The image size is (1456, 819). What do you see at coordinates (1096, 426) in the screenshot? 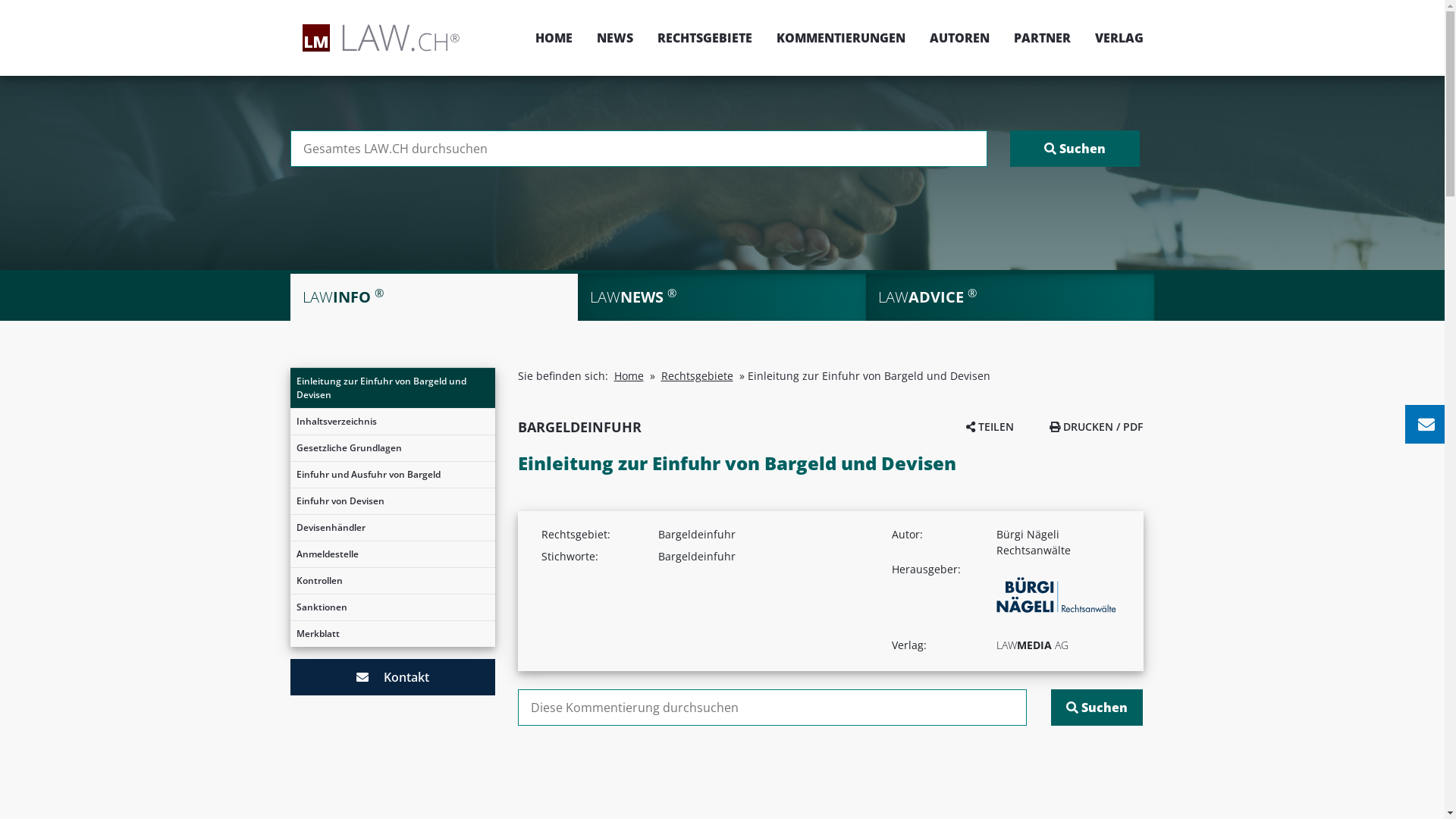
I see `' DRUCKEN / PDF'` at bounding box center [1096, 426].